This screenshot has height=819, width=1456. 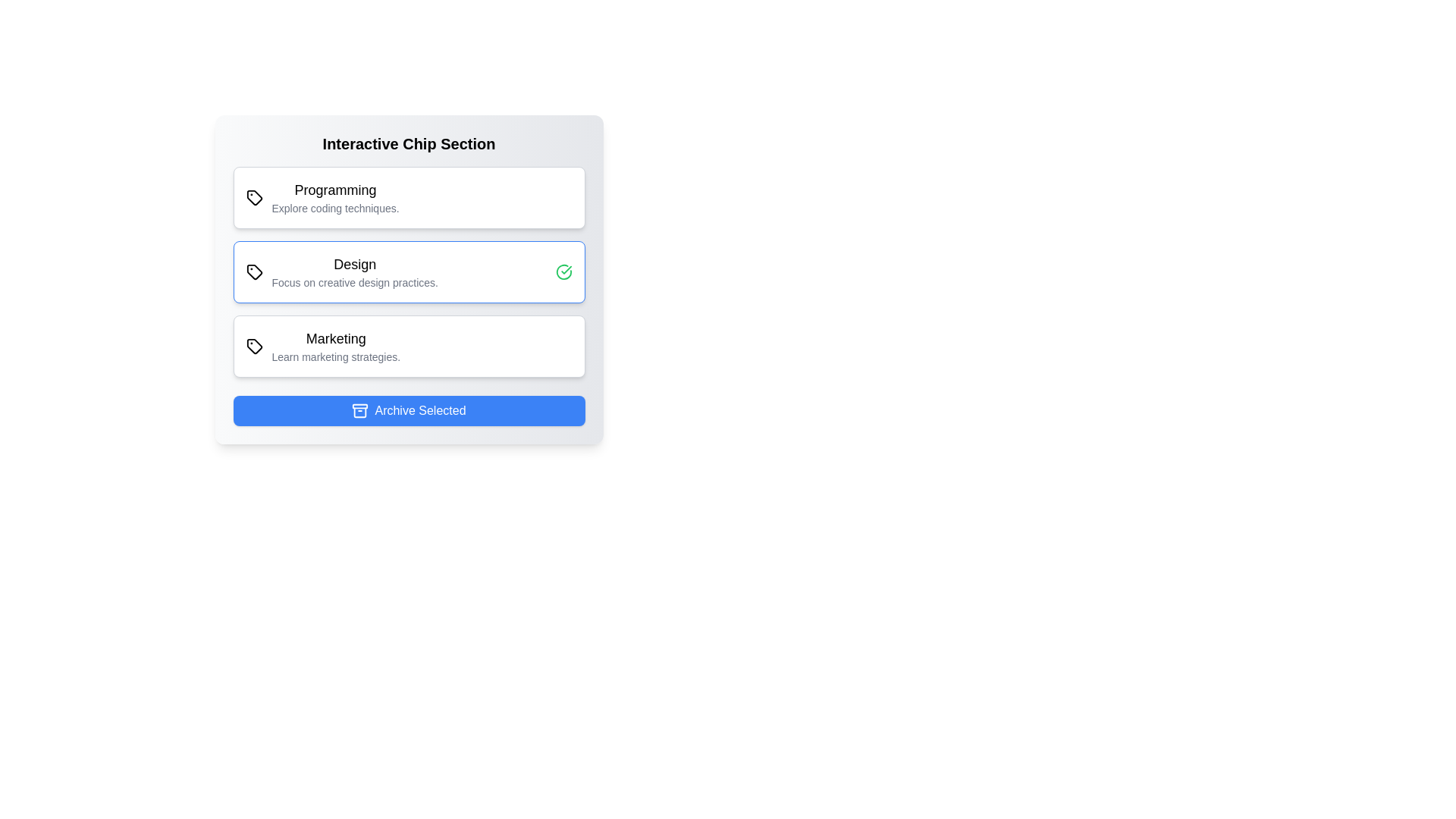 I want to click on the chip labeled Programming to toggle its selection state, so click(x=409, y=197).